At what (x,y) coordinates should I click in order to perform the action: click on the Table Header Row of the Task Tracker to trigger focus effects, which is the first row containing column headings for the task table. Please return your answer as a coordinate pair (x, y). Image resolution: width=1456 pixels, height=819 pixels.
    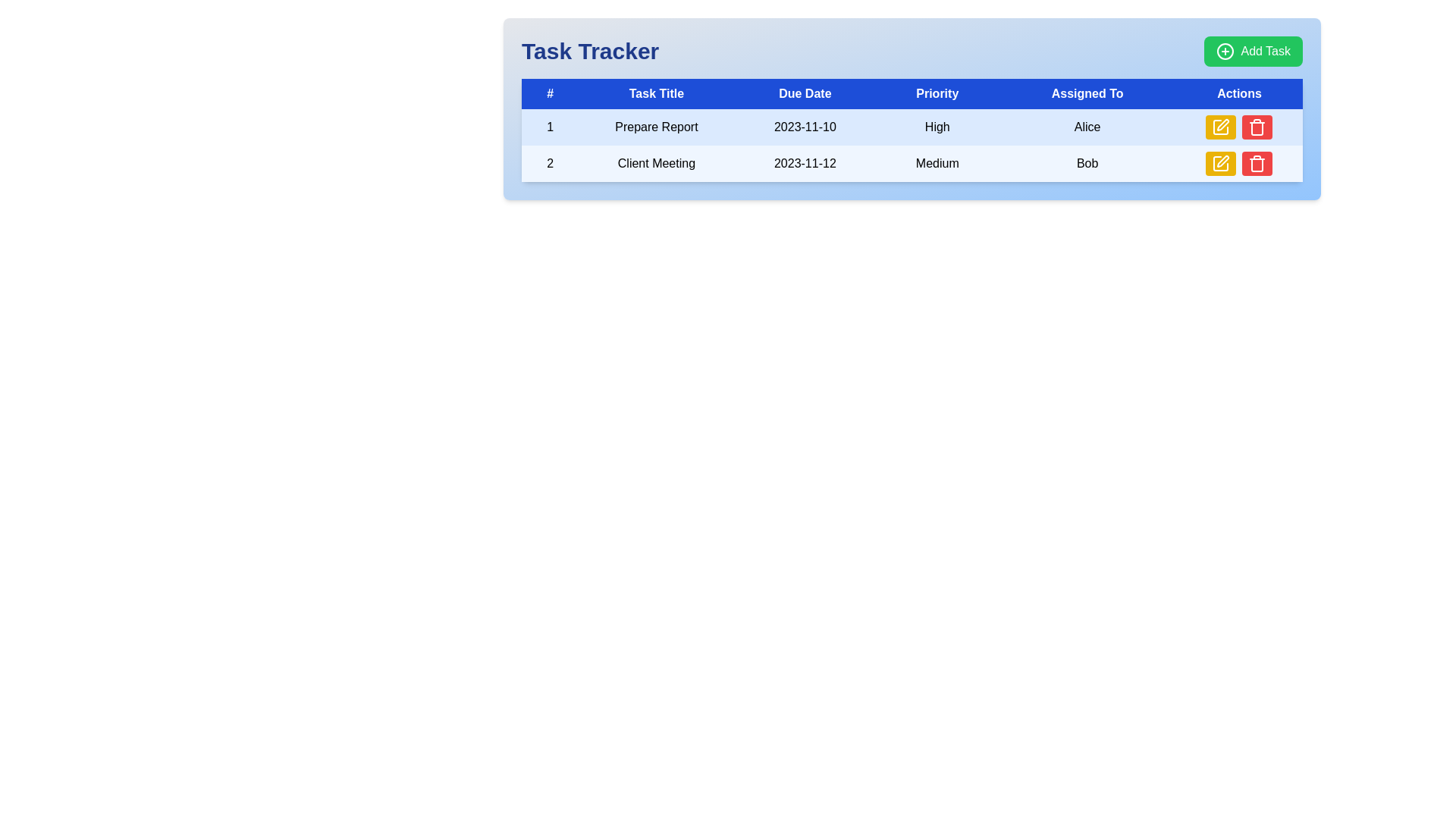
    Looking at the image, I should click on (912, 93).